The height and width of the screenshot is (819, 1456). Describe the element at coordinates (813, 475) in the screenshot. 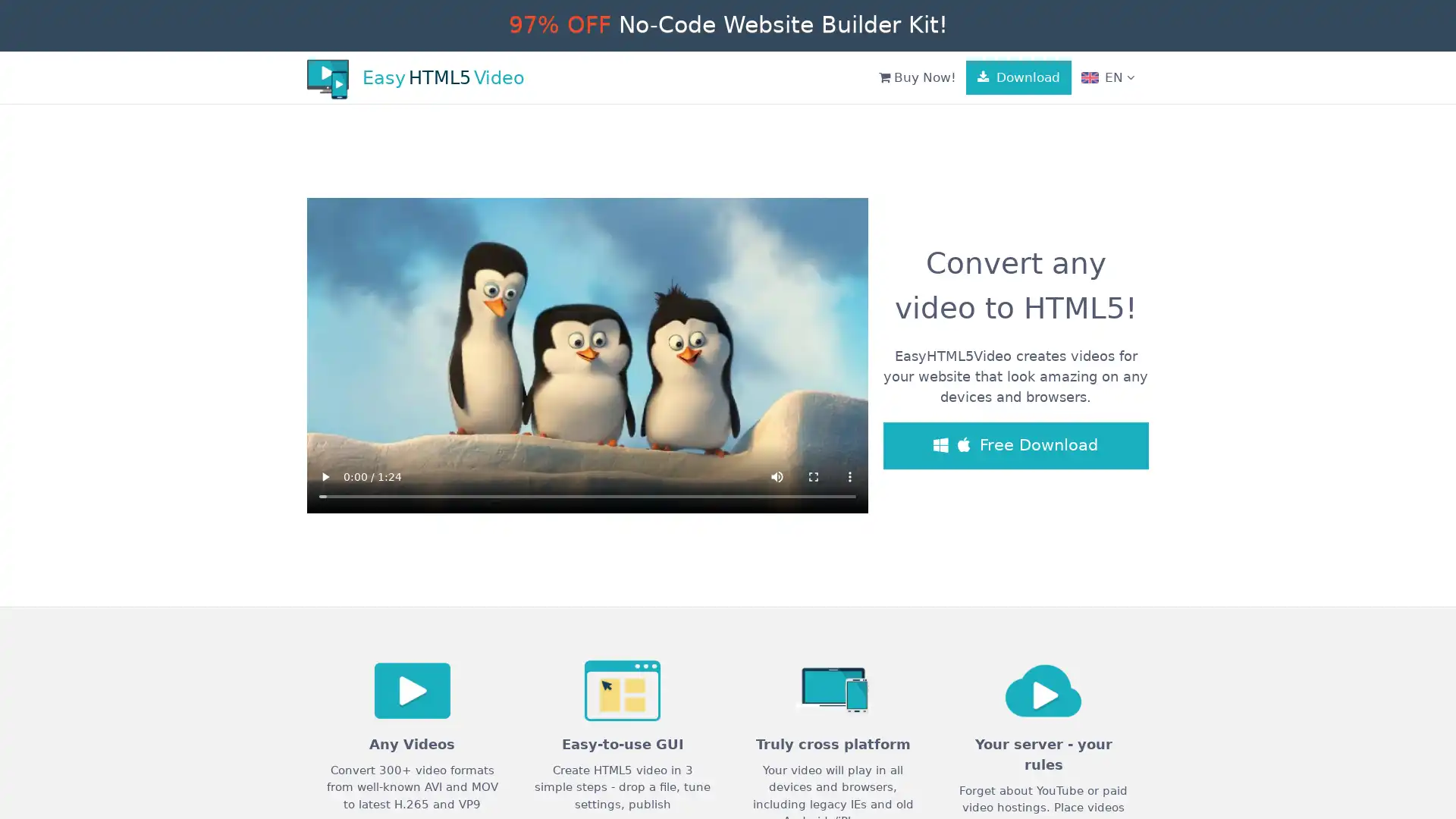

I see `enter full screen` at that location.